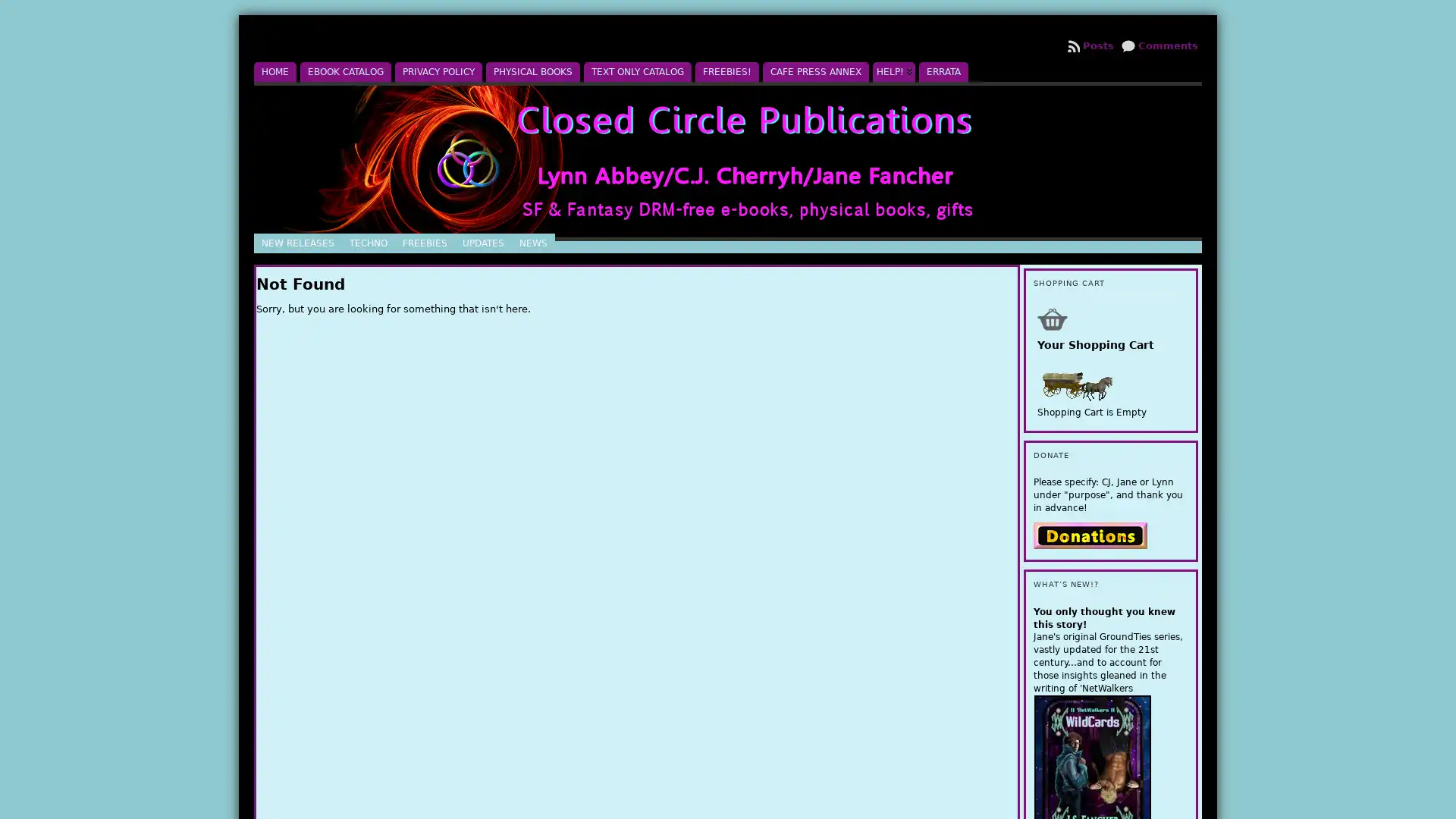  What do you see at coordinates (1051, 318) in the screenshot?
I see `Shopping Cart` at bounding box center [1051, 318].